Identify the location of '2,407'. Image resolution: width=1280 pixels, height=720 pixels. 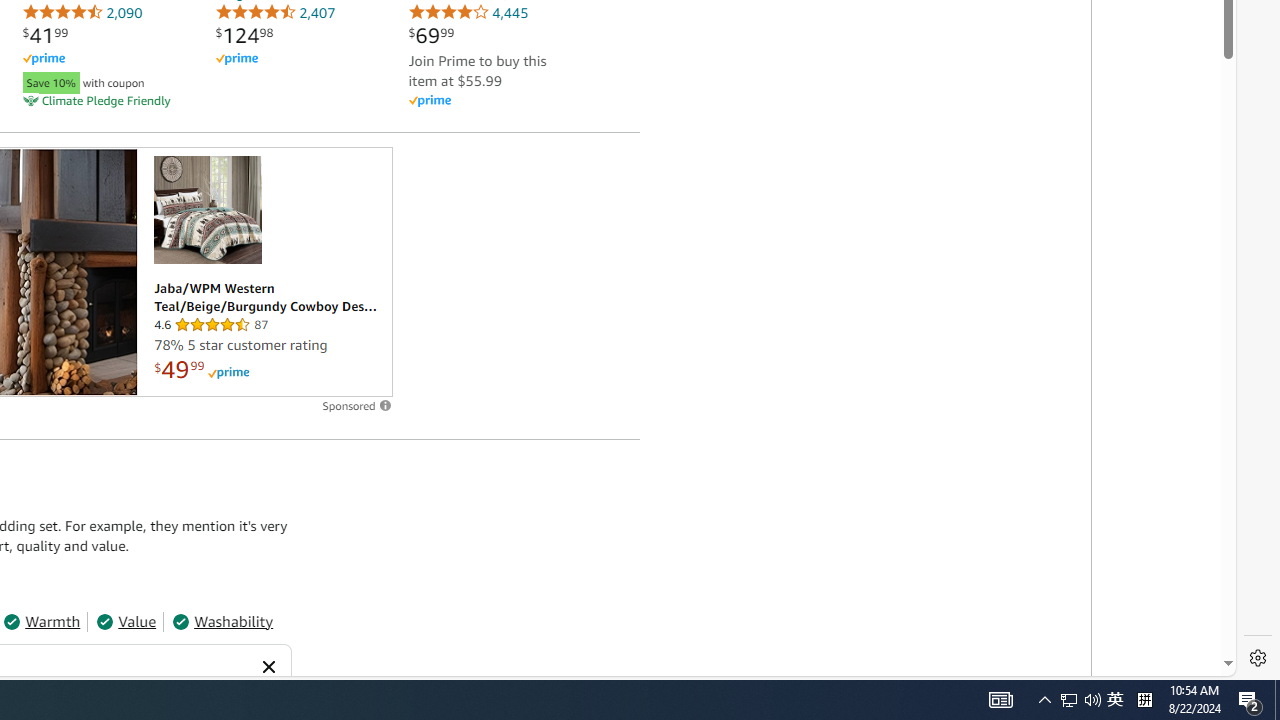
(274, 12).